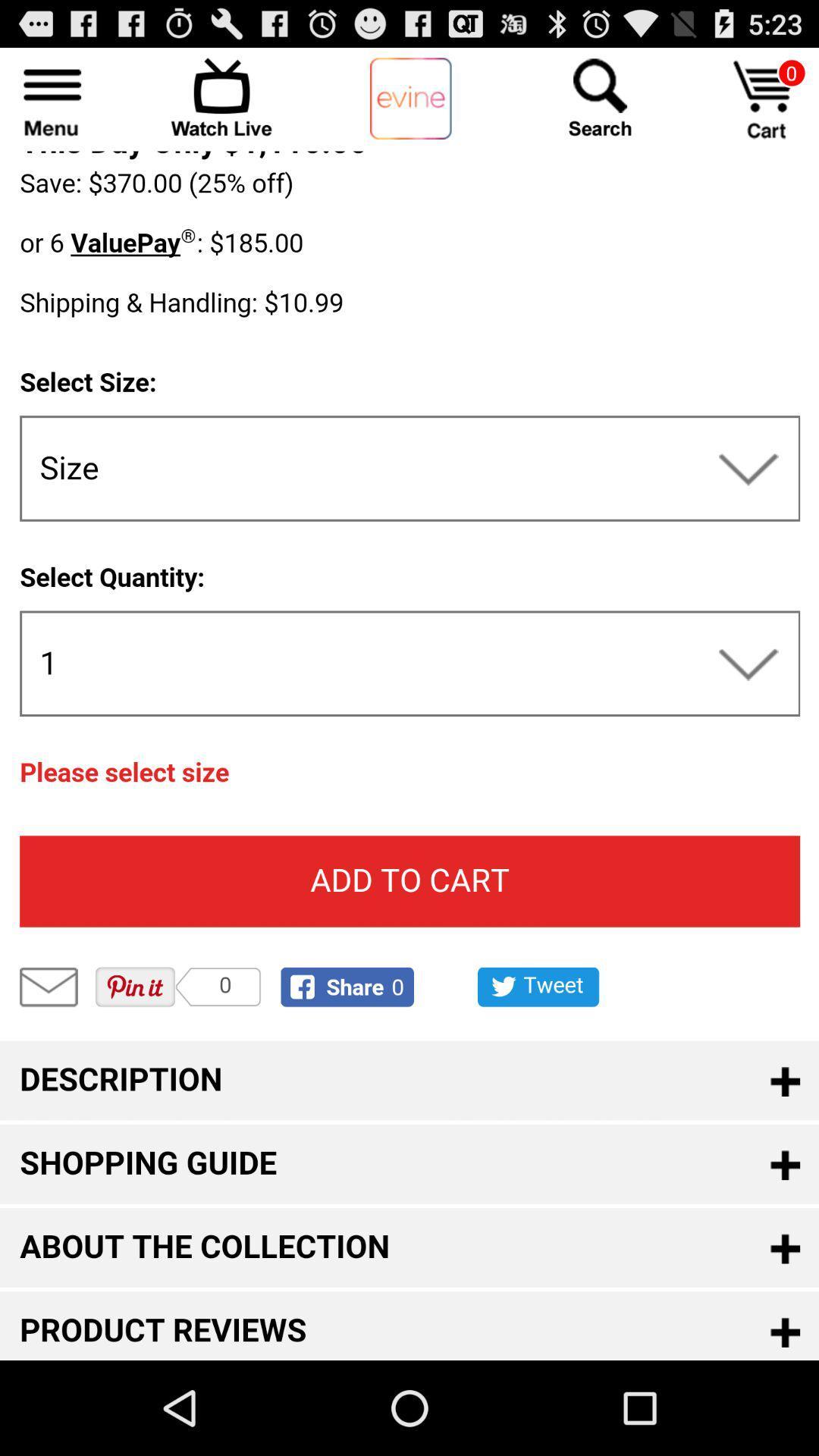  What do you see at coordinates (221, 96) in the screenshot?
I see `watch live tv` at bounding box center [221, 96].